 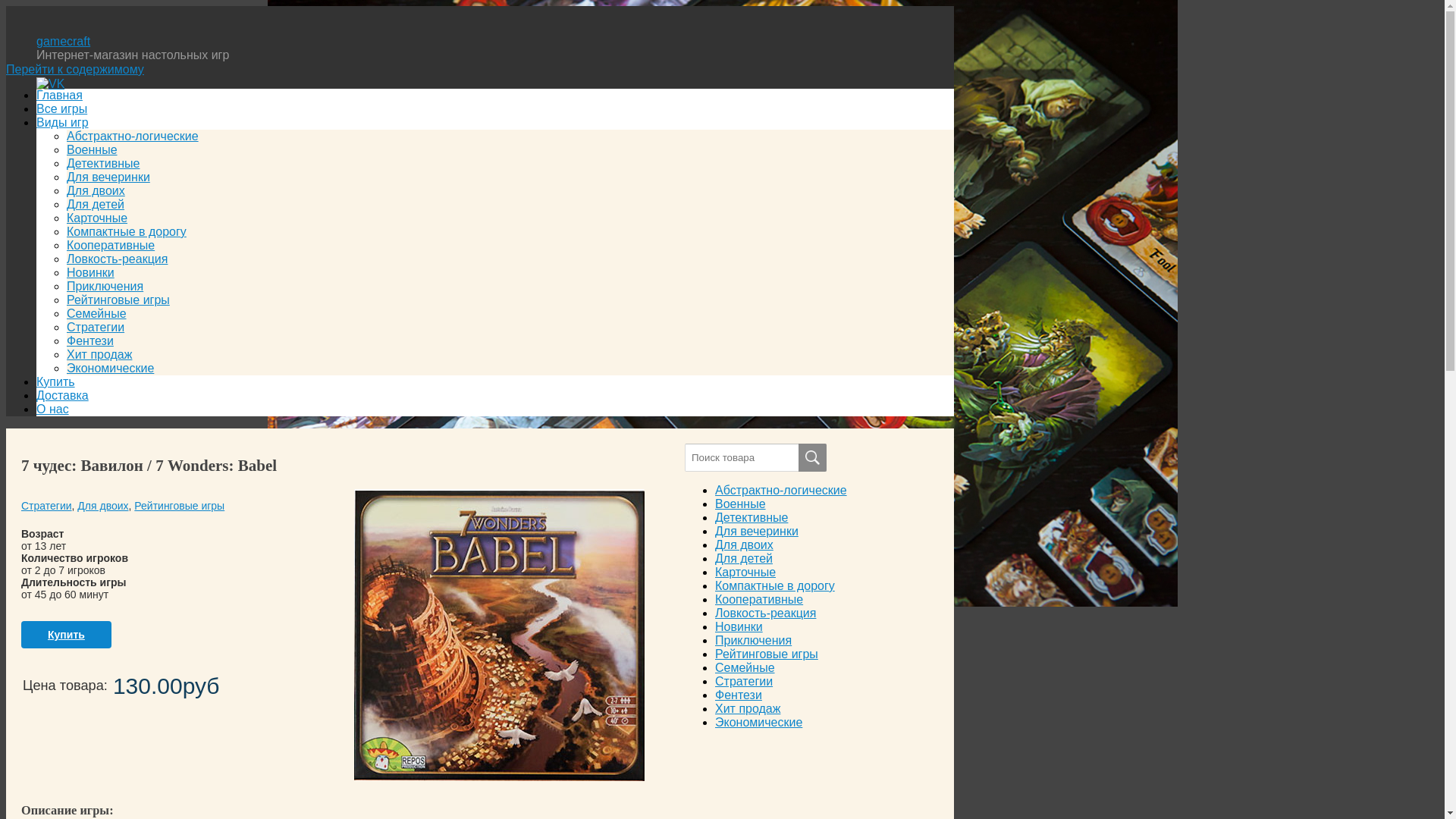 What do you see at coordinates (50, 83) in the screenshot?
I see `'VK'` at bounding box center [50, 83].